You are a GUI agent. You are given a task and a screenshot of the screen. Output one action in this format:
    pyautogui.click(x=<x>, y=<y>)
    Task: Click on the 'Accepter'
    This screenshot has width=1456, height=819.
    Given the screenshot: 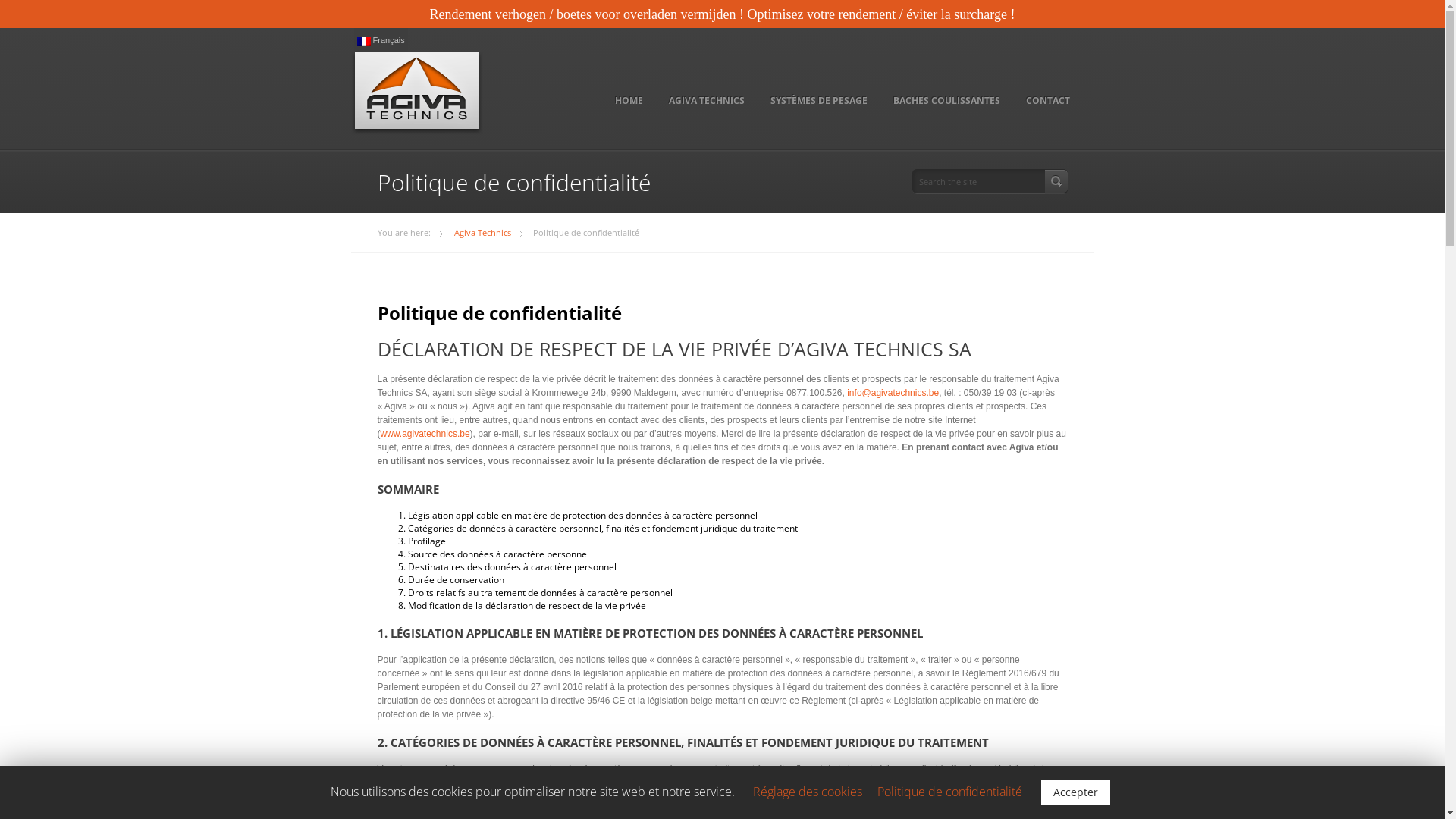 What is the action you would take?
    pyautogui.click(x=1075, y=792)
    